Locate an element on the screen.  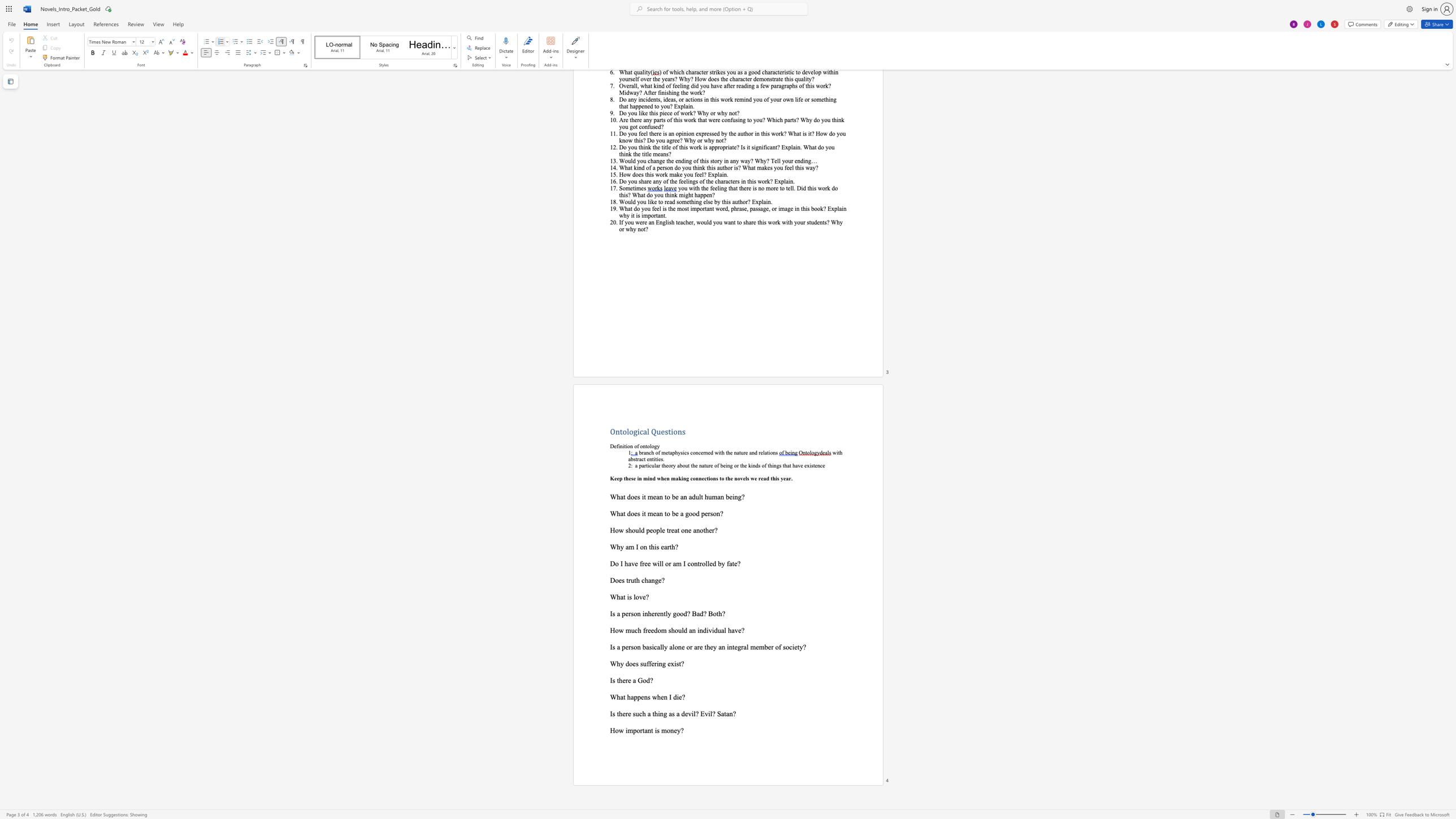
the 3th character "i" in the text is located at coordinates (769, 453).